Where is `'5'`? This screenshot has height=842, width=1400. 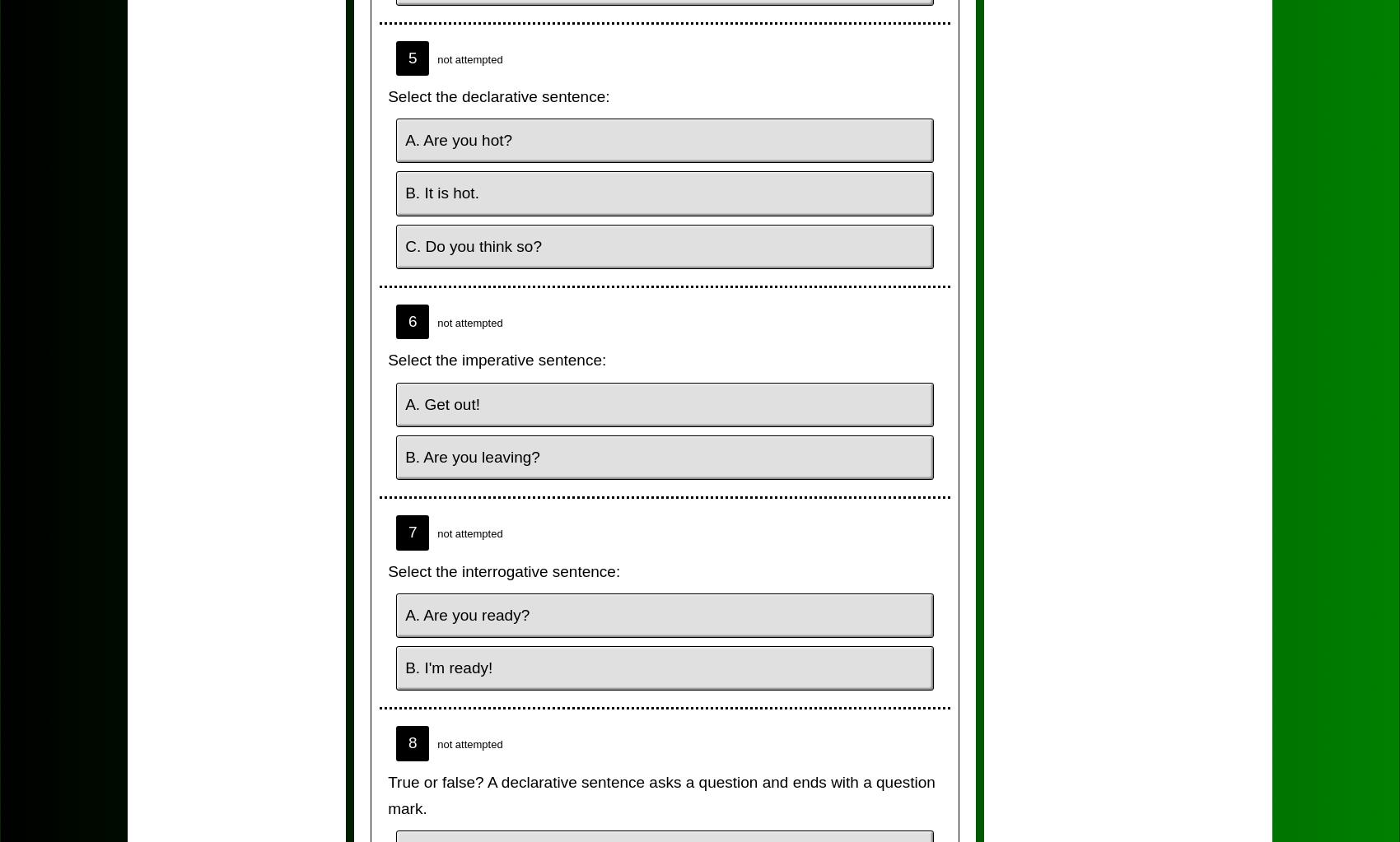
'5' is located at coordinates (412, 56).